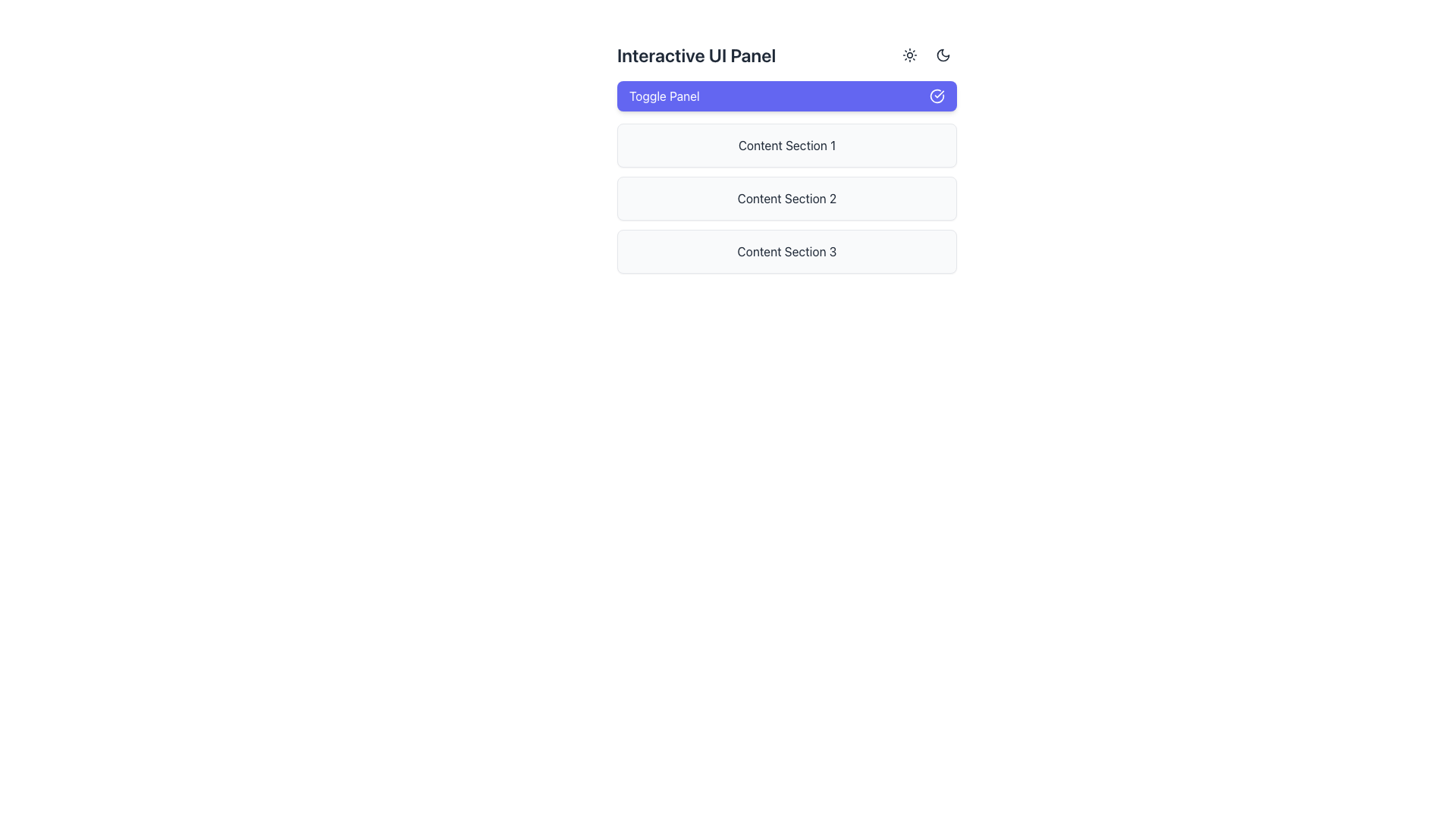 The width and height of the screenshot is (1456, 819). What do you see at coordinates (937, 96) in the screenshot?
I see `the SVG-based circular icon with a checkmark inside, located at the top-right corner of the purple 'Toggle Panel' button, if it is enabled` at bounding box center [937, 96].